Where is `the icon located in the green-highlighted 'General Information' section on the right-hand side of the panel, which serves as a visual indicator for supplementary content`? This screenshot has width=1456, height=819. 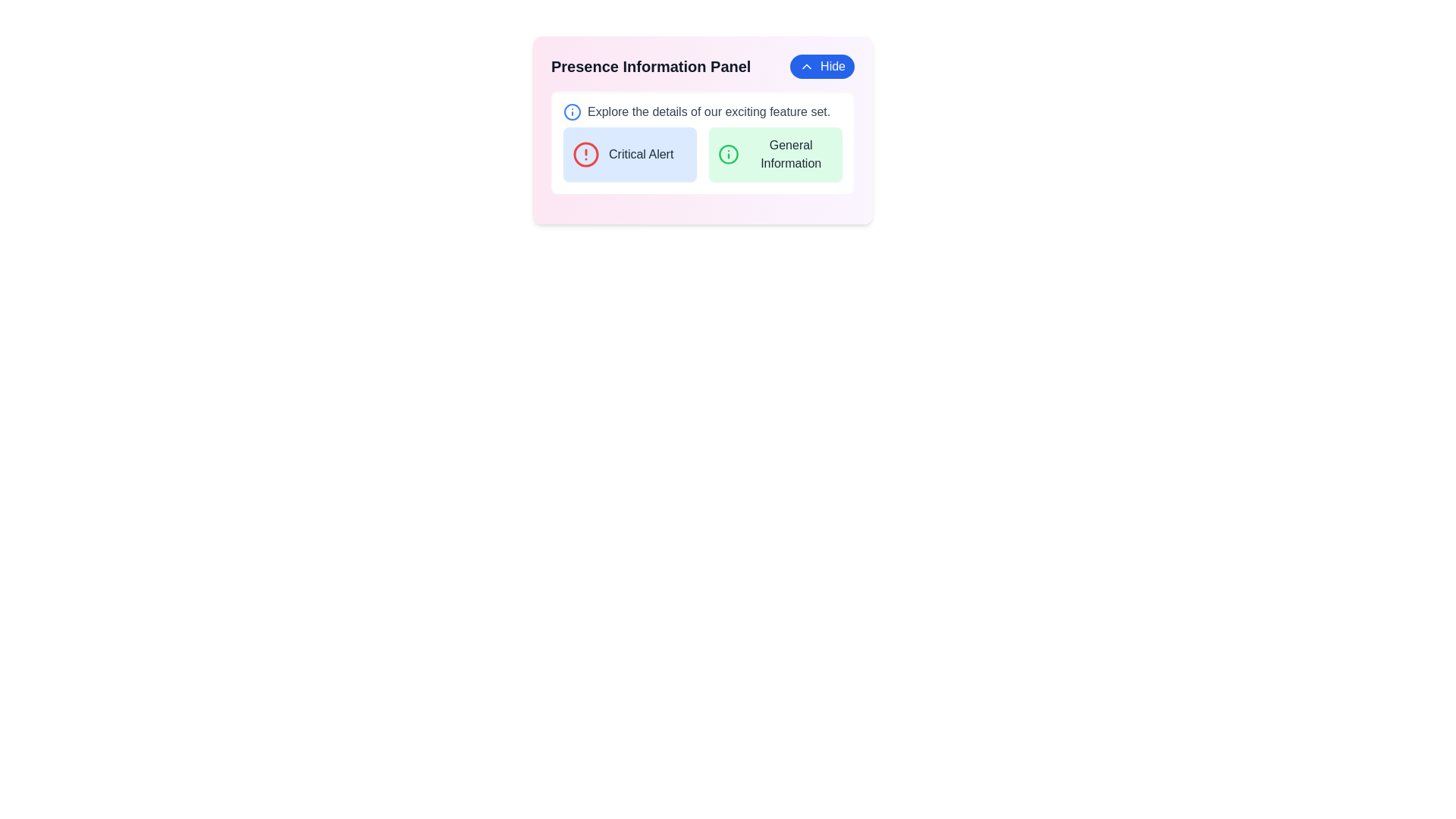
the icon located in the green-highlighted 'General Information' section on the right-hand side of the panel, which serves as a visual indicator for supplementary content is located at coordinates (729, 155).